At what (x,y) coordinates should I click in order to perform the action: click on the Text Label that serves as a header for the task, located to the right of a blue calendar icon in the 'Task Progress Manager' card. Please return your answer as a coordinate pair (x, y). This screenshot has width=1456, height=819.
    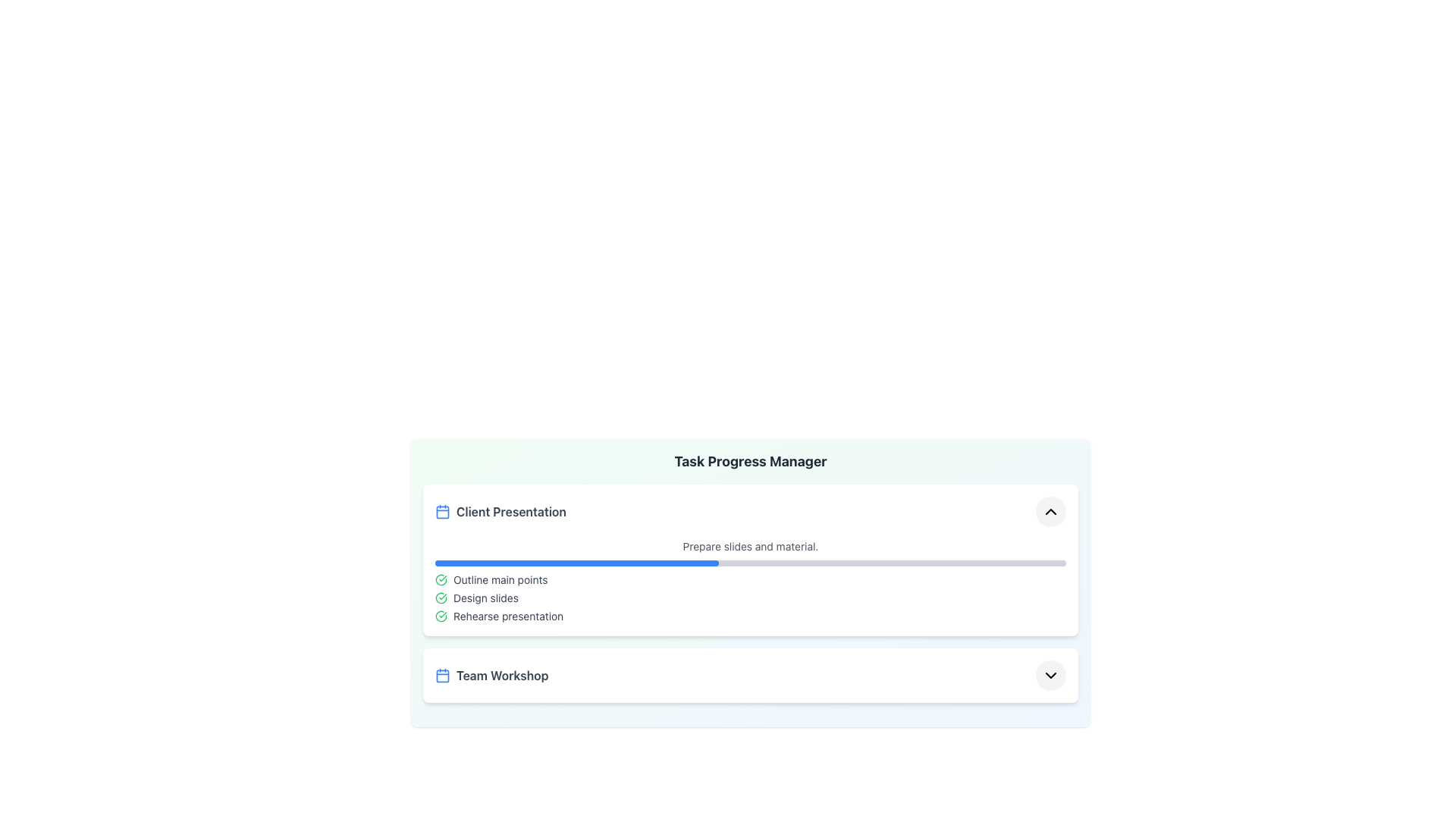
    Looking at the image, I should click on (511, 512).